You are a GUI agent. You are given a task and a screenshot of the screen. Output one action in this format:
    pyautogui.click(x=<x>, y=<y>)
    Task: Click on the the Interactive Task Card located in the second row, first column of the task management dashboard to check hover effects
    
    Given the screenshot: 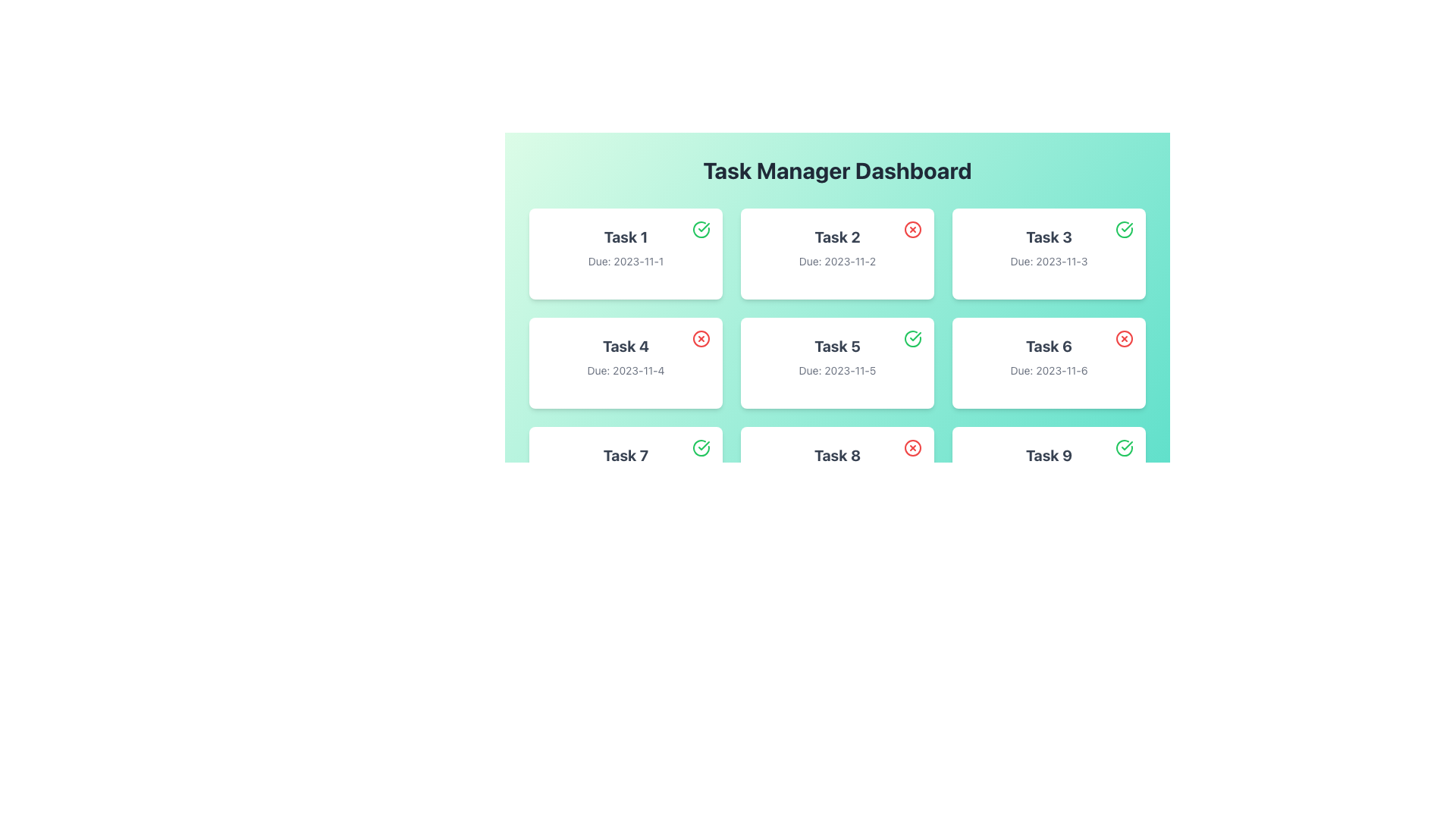 What is the action you would take?
    pyautogui.click(x=626, y=362)
    